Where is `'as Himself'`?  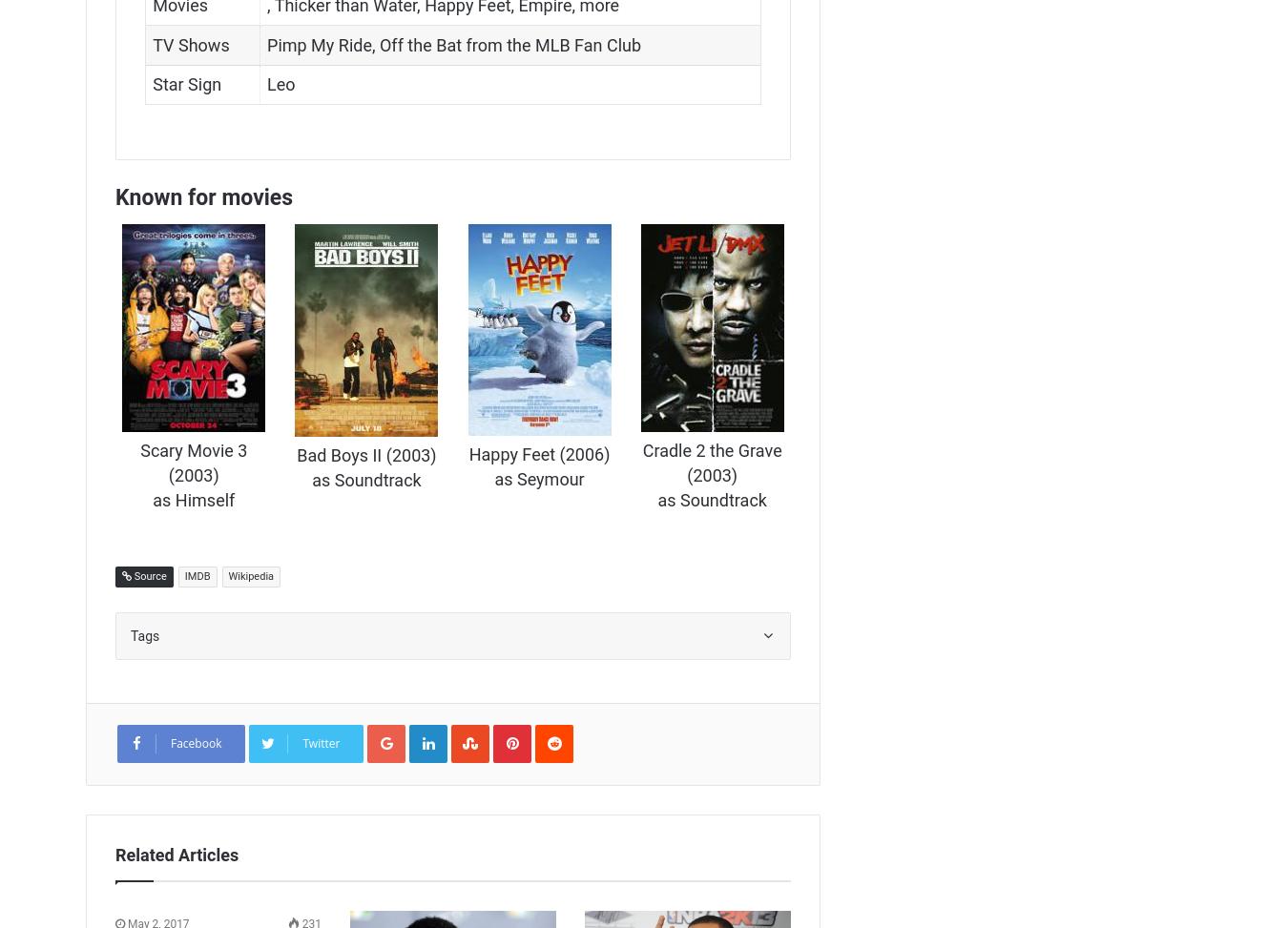 'as Himself' is located at coordinates (194, 498).